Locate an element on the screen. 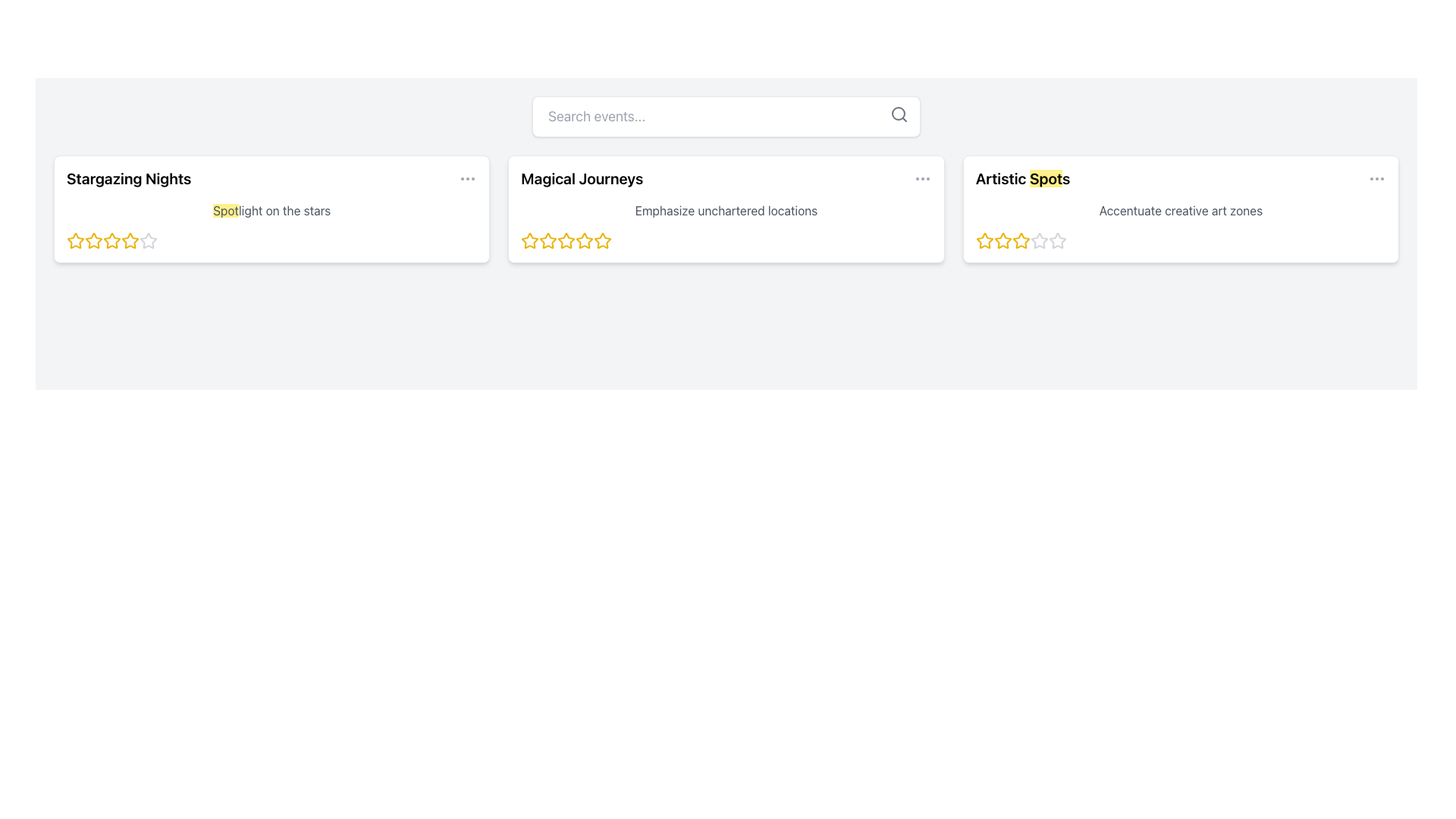 This screenshot has width=1456, height=819. the third star icon in the rating component under the 'Magical Journeys' section is located at coordinates (584, 240).